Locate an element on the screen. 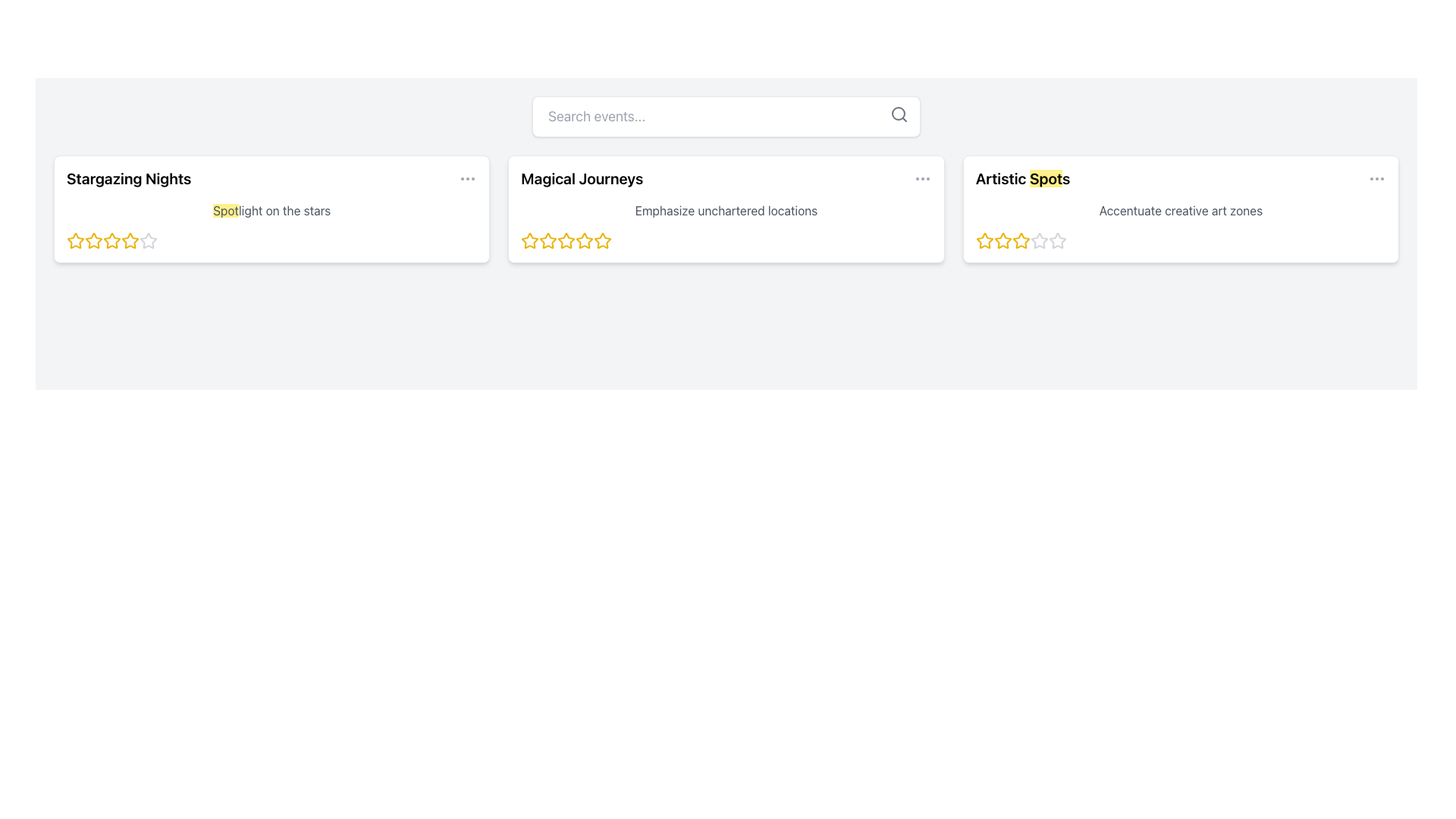 This screenshot has width=1456, height=819. the third star icon in the rating component under the 'Magical Journeys' section is located at coordinates (584, 240).